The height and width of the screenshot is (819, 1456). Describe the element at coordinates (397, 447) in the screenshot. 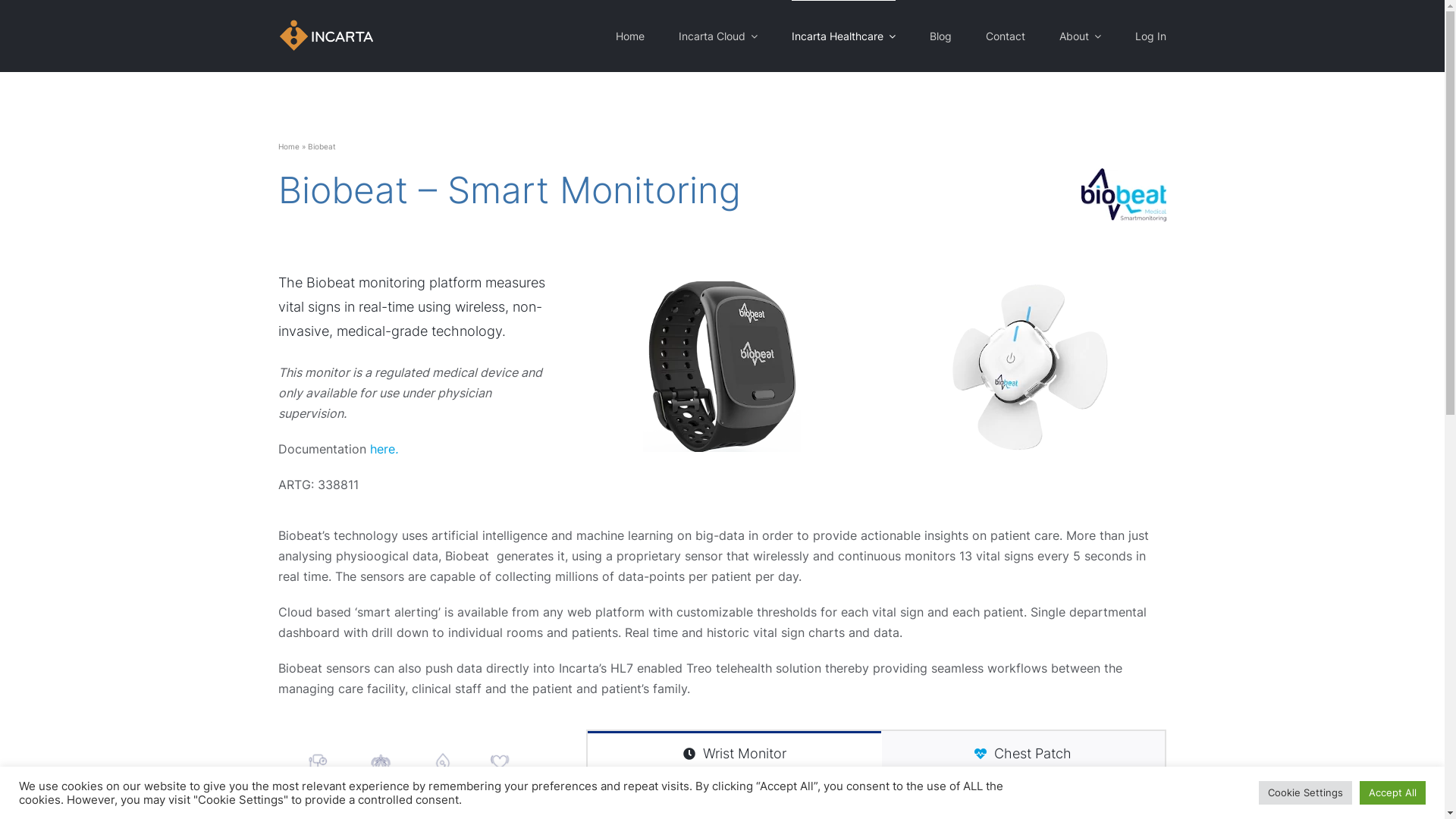

I see `'.'` at that location.